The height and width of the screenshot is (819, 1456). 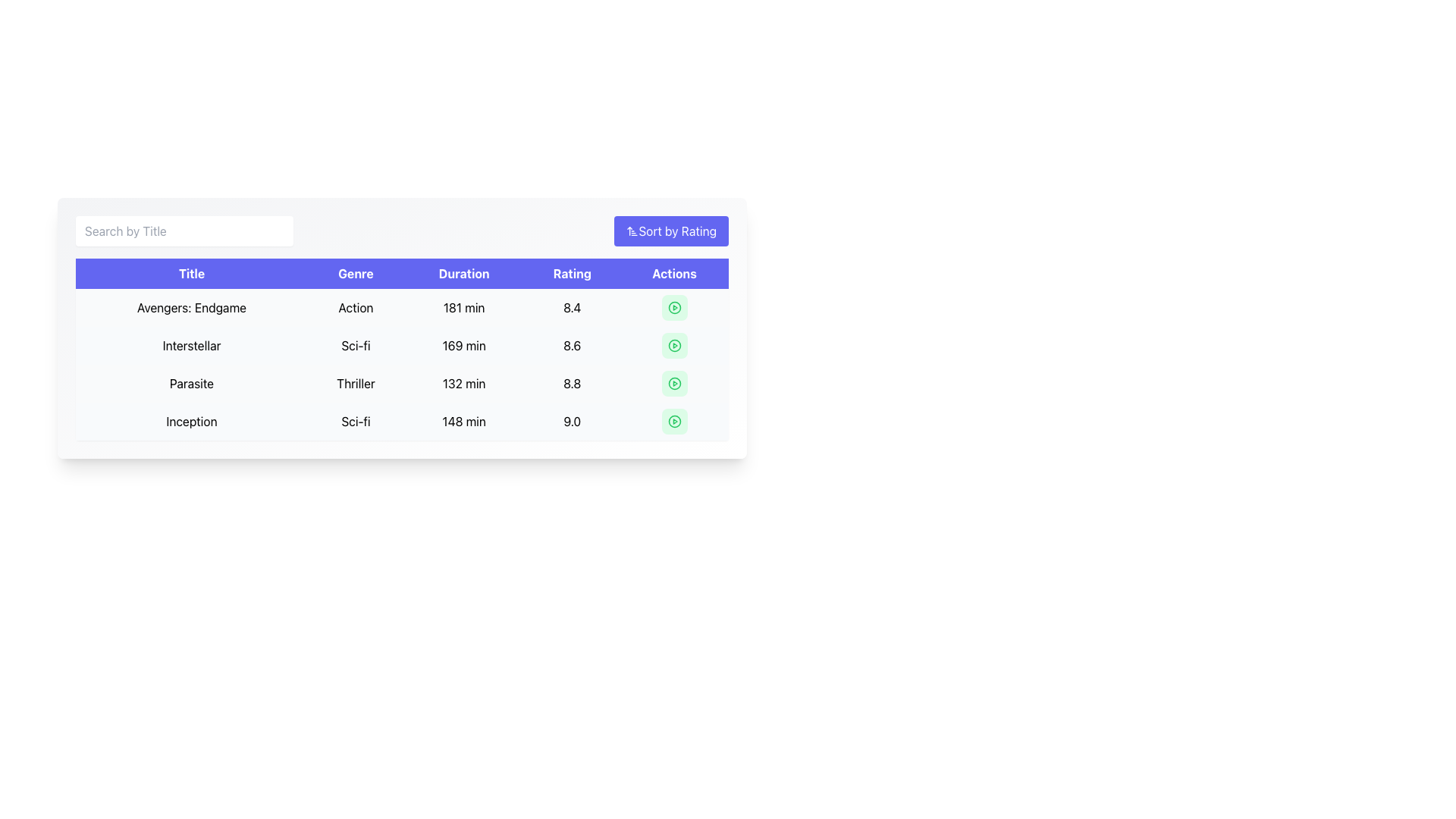 What do you see at coordinates (673, 307) in the screenshot?
I see `the Circular Outline of the interactive play button icon located in the 'Actions' column of the third row of the movie data table` at bounding box center [673, 307].